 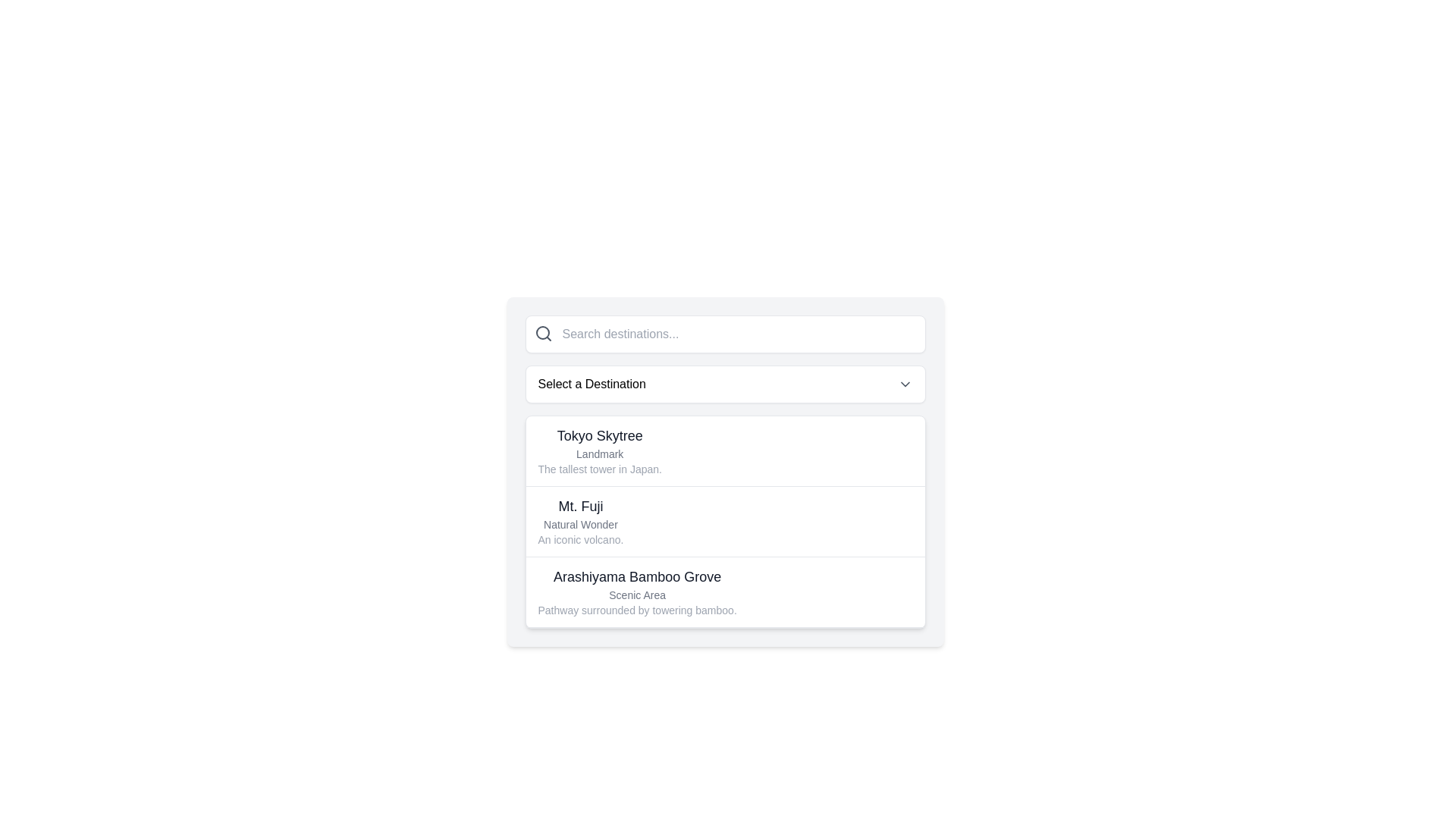 What do you see at coordinates (579, 523) in the screenshot?
I see `the Text Label that categorizes the 'Mt. Fuji' listing as a 'Natural Wonder', located centrally in the card beneath the title 'Mt. Fuji'` at bounding box center [579, 523].